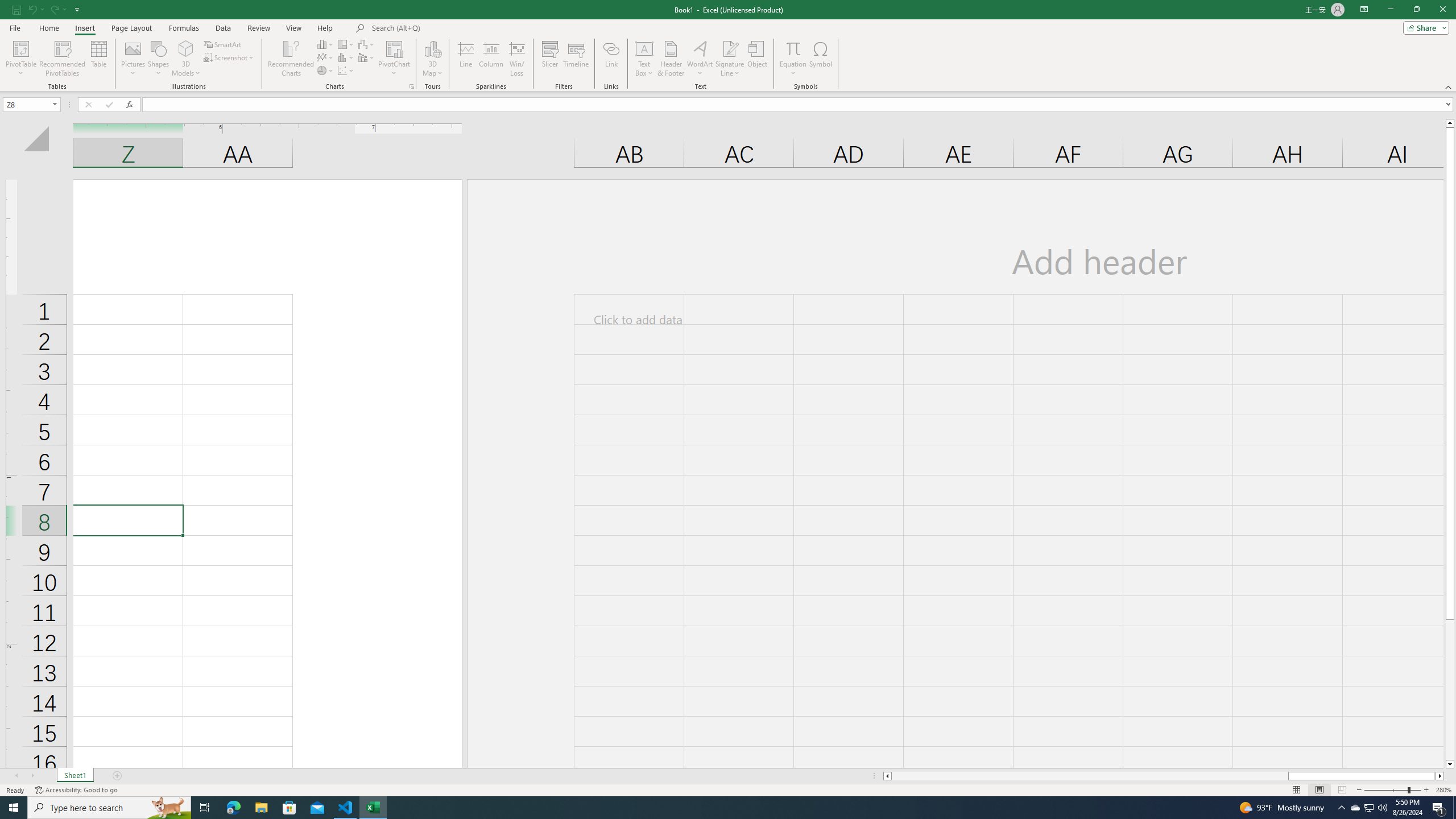 Image resolution: width=1456 pixels, height=819 pixels. Describe the element at coordinates (611, 59) in the screenshot. I see `'Link'` at that location.